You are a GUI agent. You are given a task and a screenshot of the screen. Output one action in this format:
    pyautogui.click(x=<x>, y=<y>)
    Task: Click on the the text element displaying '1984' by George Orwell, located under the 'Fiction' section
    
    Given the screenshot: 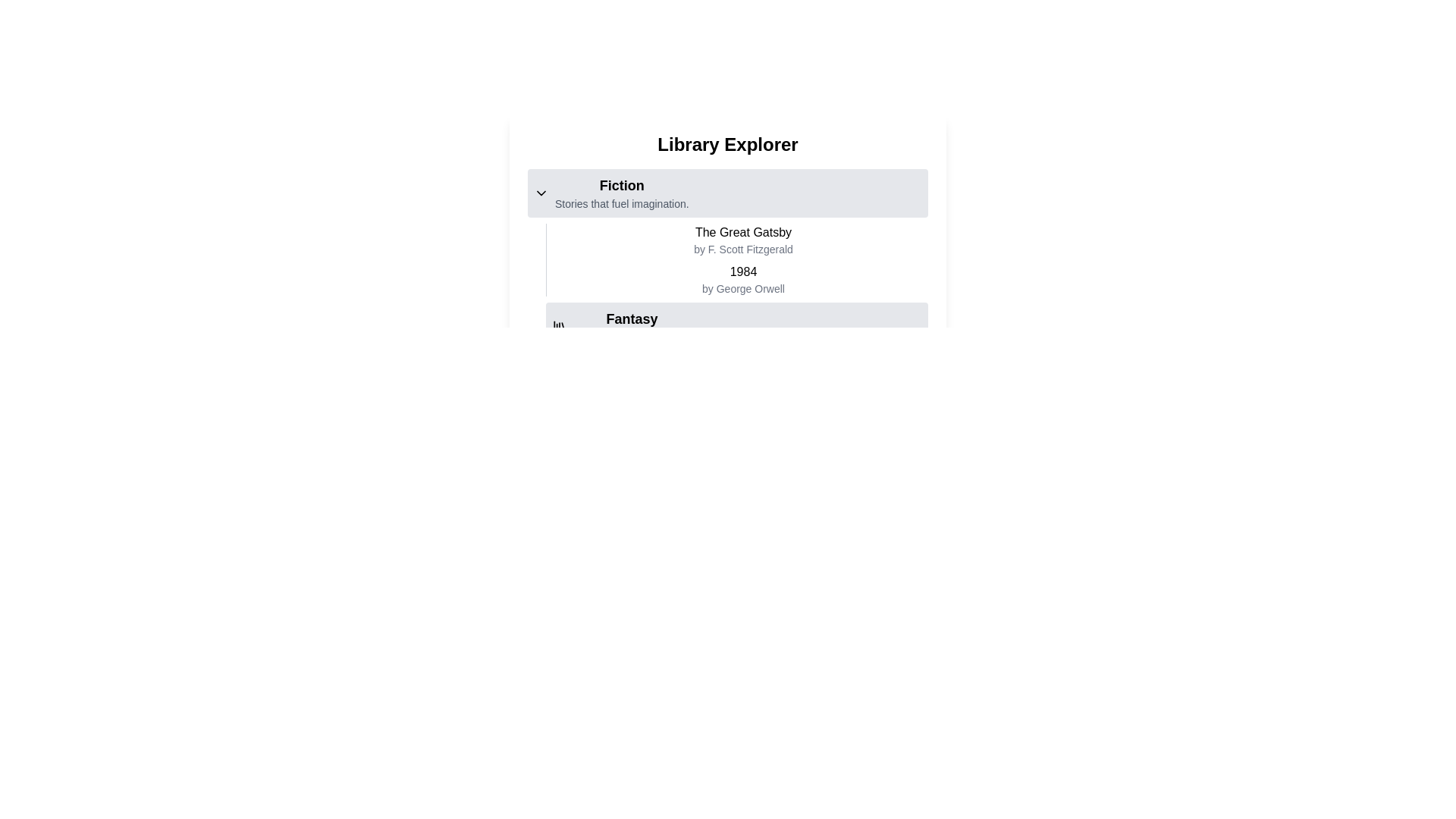 What is the action you would take?
    pyautogui.click(x=743, y=280)
    